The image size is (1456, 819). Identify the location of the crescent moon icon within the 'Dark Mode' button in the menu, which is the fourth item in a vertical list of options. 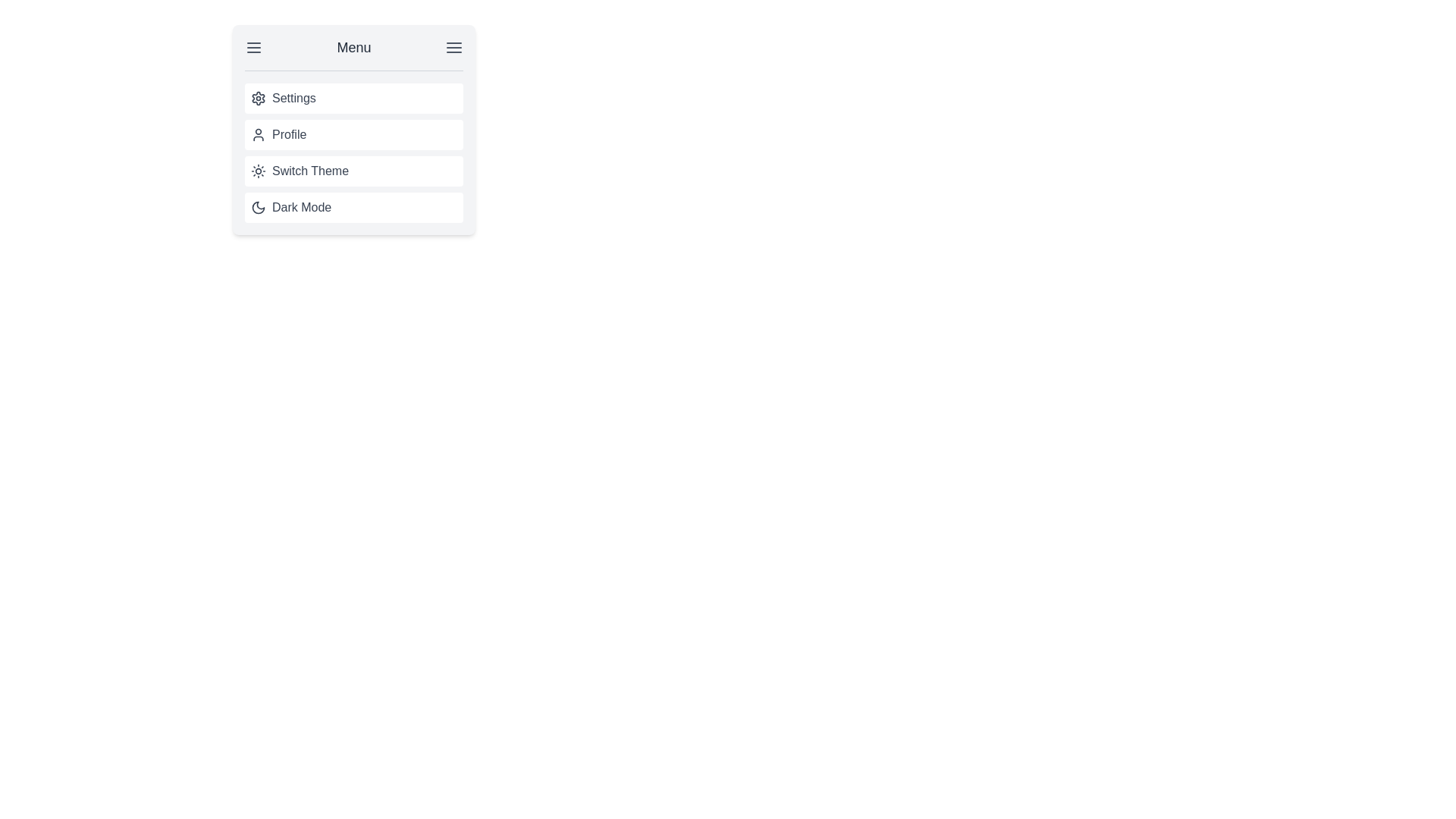
(258, 207).